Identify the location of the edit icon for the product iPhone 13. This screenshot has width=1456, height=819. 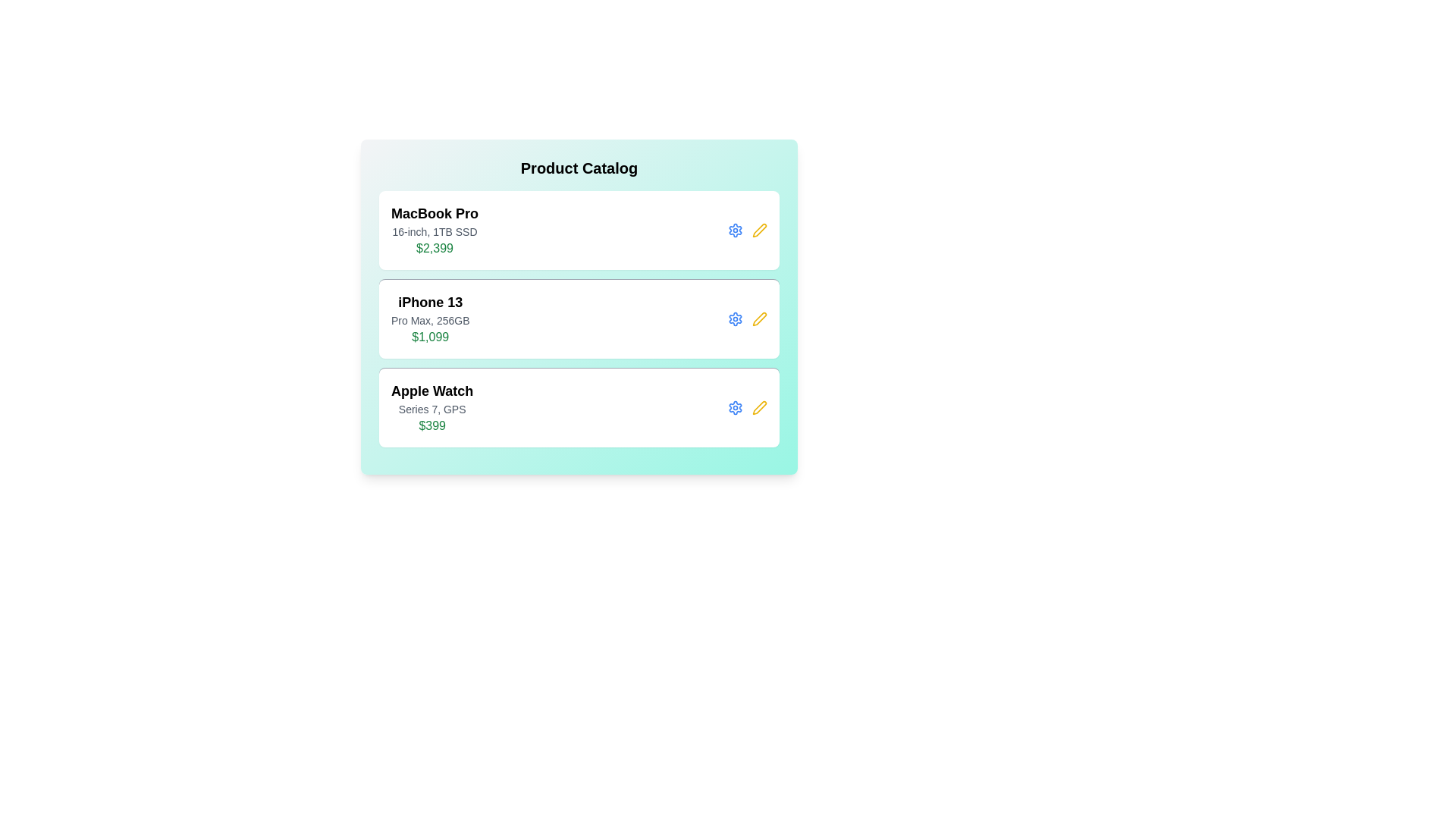
(760, 318).